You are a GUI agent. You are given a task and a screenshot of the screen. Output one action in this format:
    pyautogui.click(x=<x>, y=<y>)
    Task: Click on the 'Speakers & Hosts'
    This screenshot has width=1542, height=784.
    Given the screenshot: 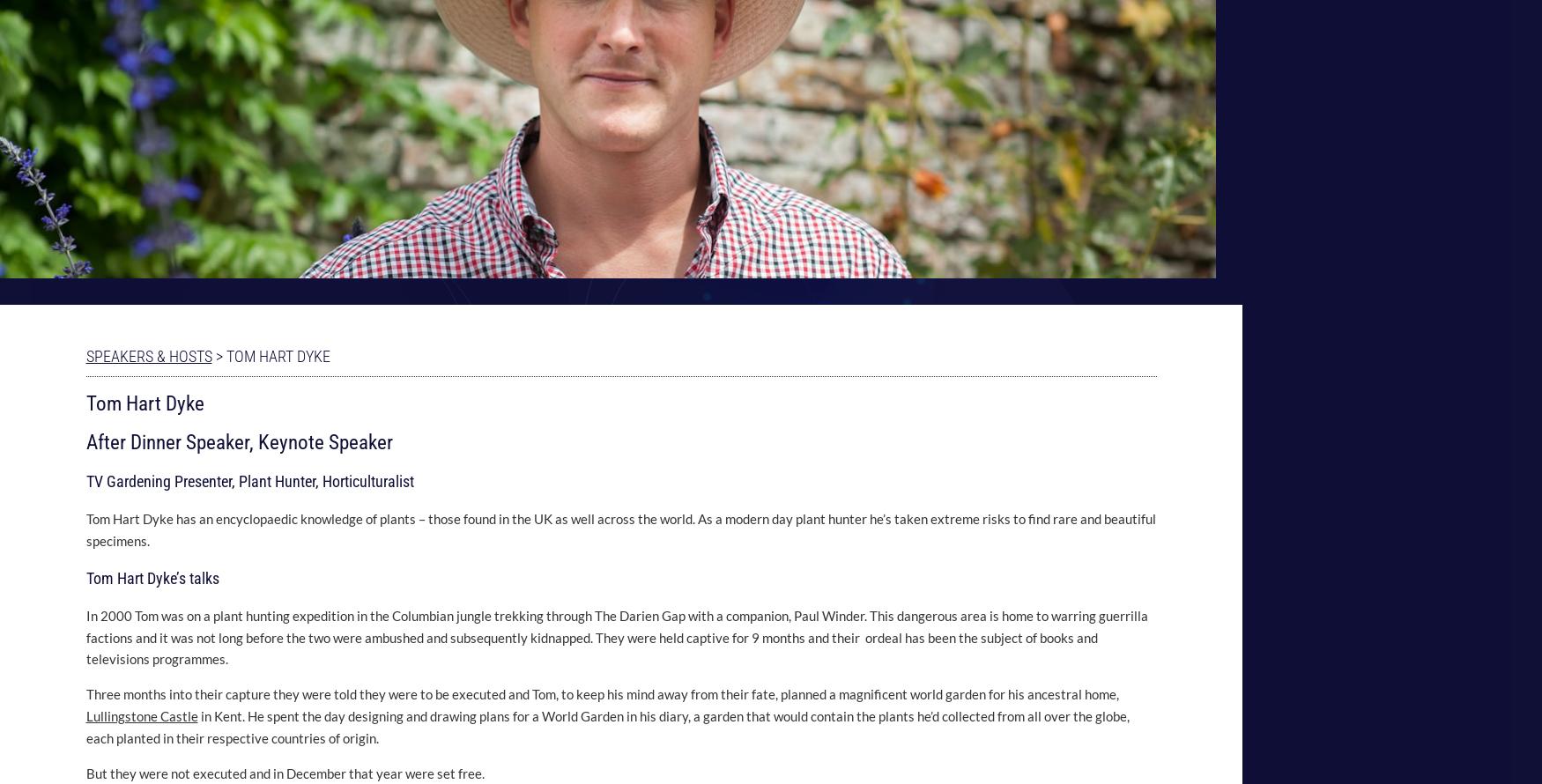 What is the action you would take?
    pyautogui.click(x=147, y=354)
    